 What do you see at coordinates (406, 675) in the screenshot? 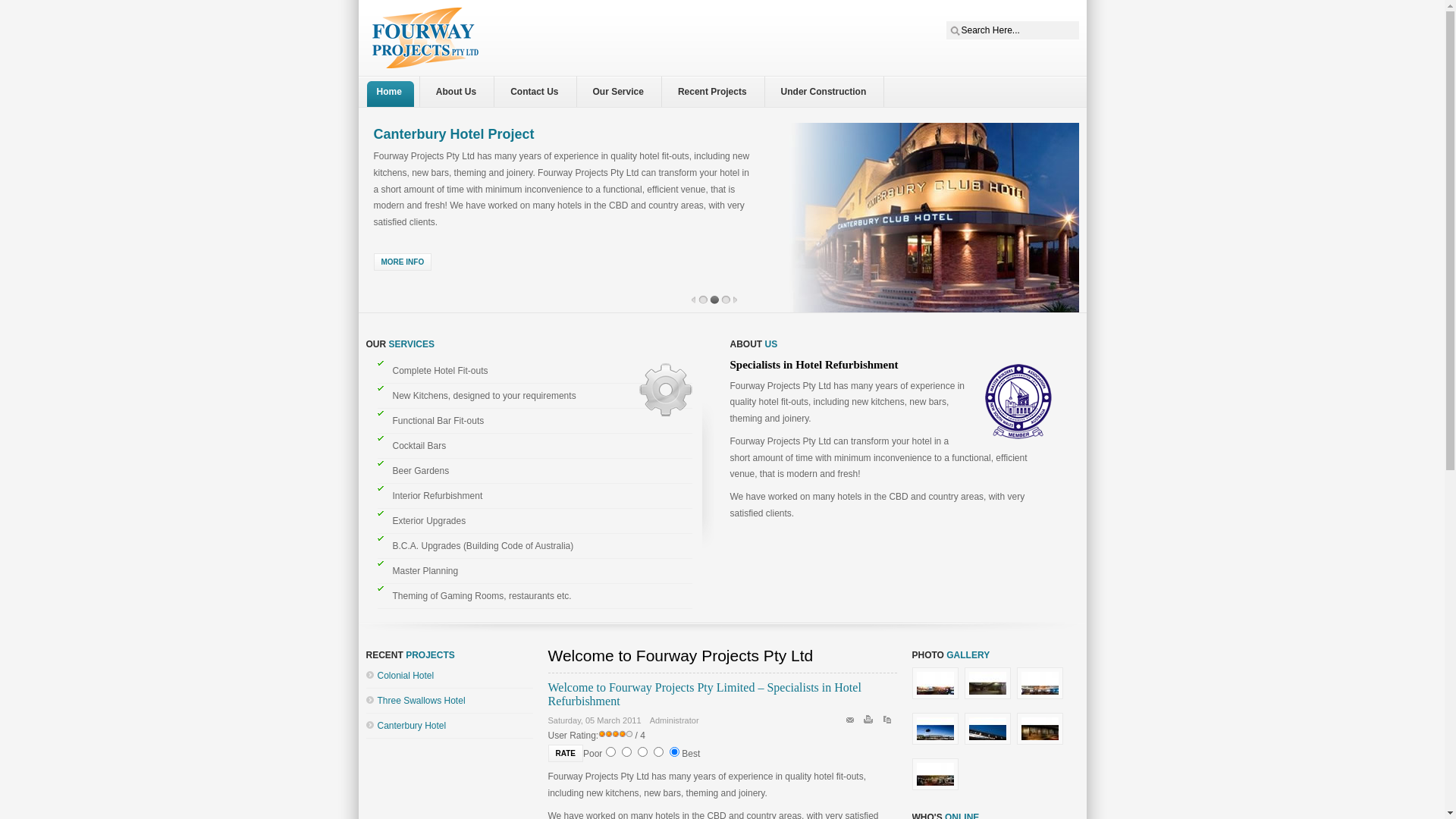
I see `'Colonial Hotel'` at bounding box center [406, 675].